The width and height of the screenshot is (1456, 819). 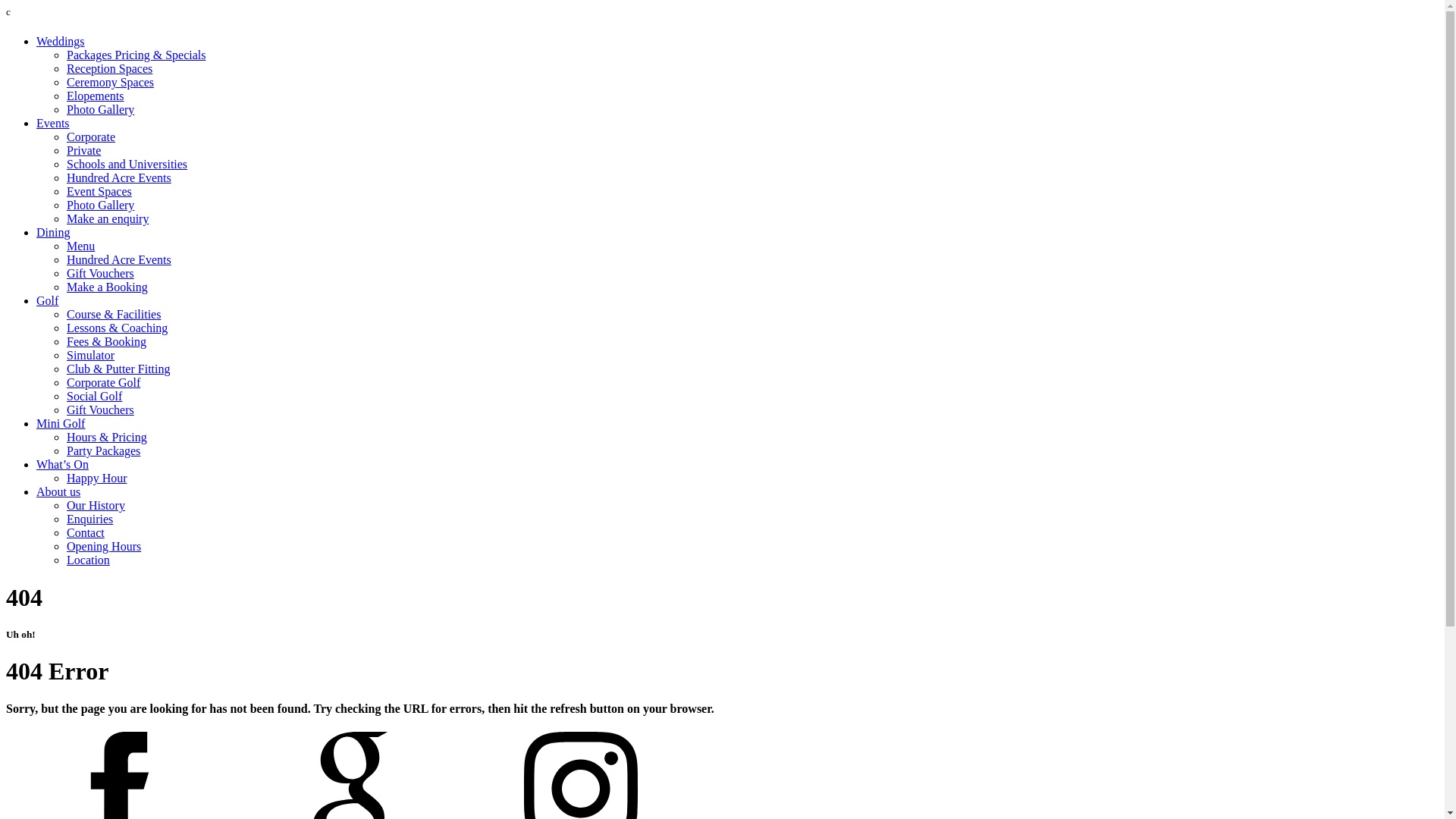 What do you see at coordinates (99, 205) in the screenshot?
I see `'Photo Gallery'` at bounding box center [99, 205].